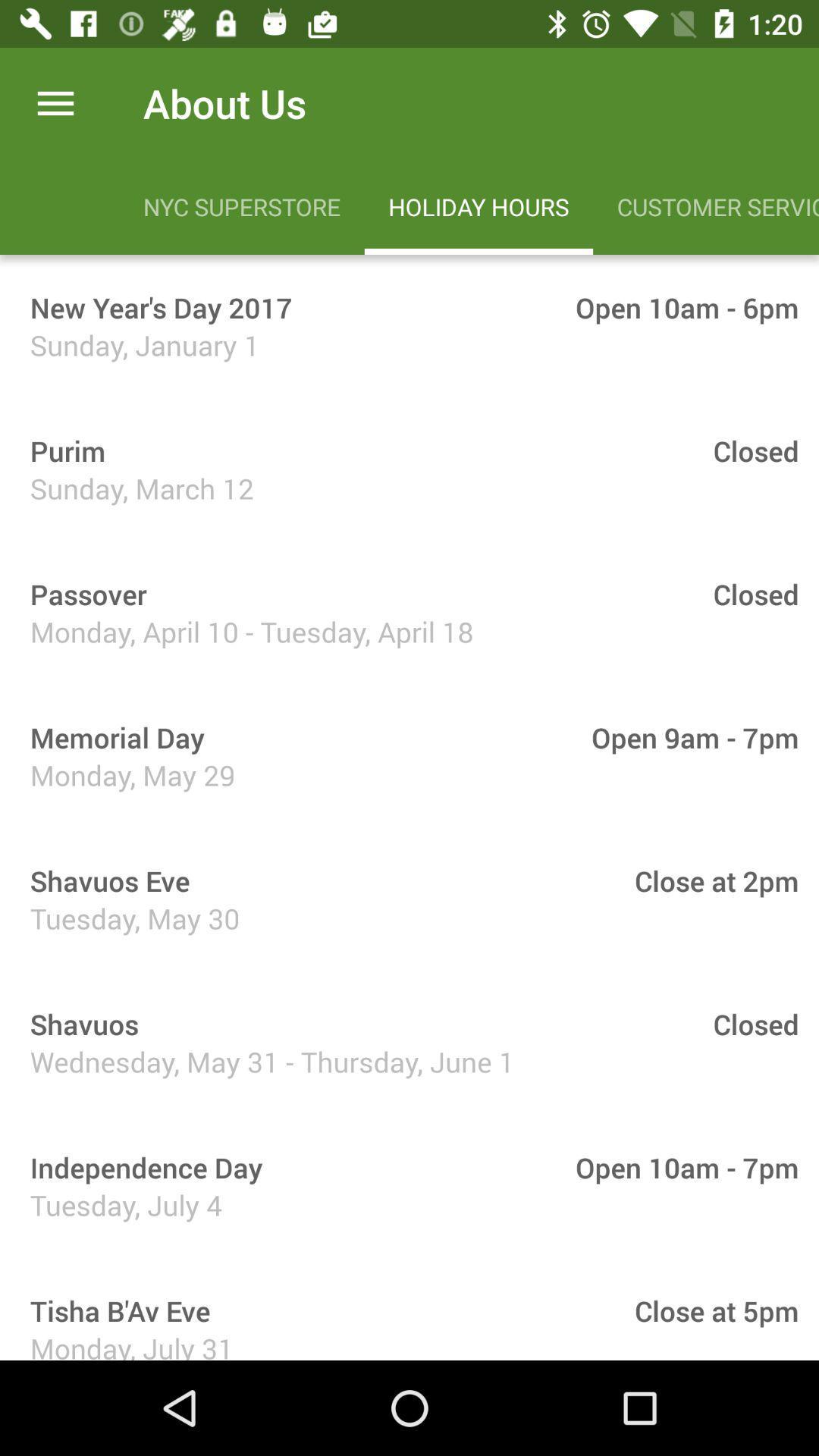  What do you see at coordinates (141, 1166) in the screenshot?
I see `independence day item` at bounding box center [141, 1166].